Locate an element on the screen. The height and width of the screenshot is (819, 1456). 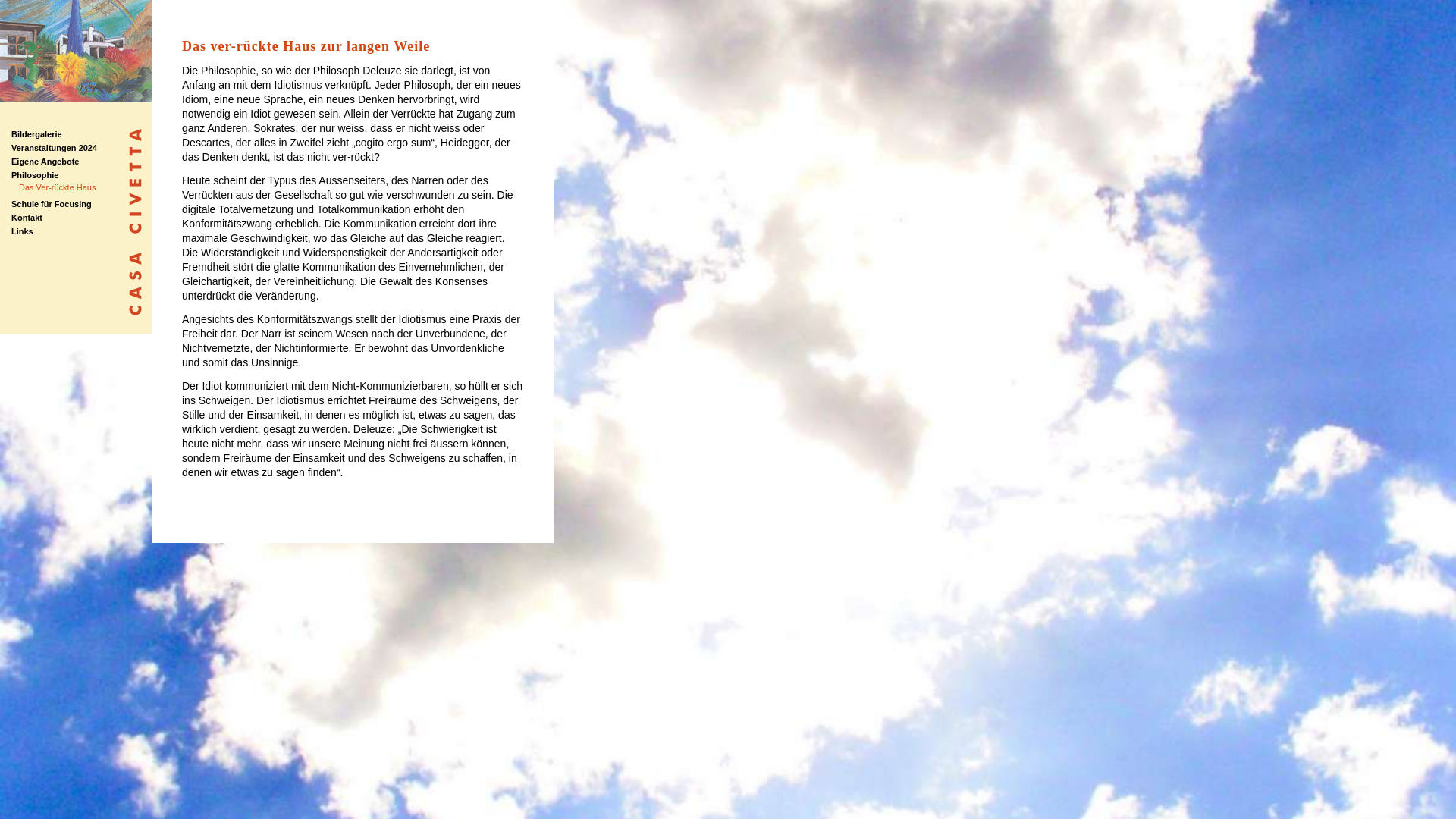
'Bildergalerie' is located at coordinates (36, 133).